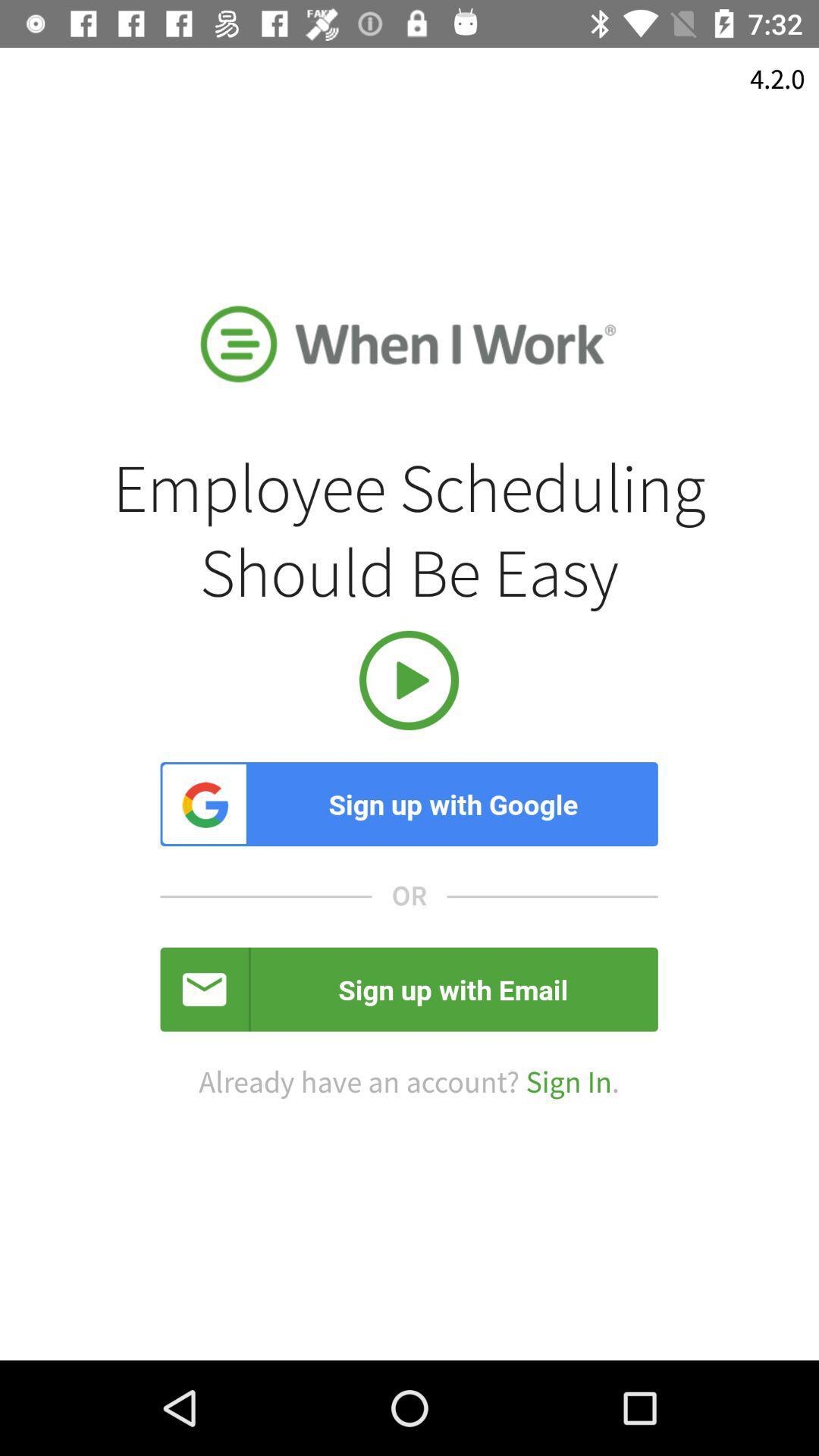 Image resolution: width=819 pixels, height=1456 pixels. I want to click on the item below employee scheduling should, so click(408, 679).